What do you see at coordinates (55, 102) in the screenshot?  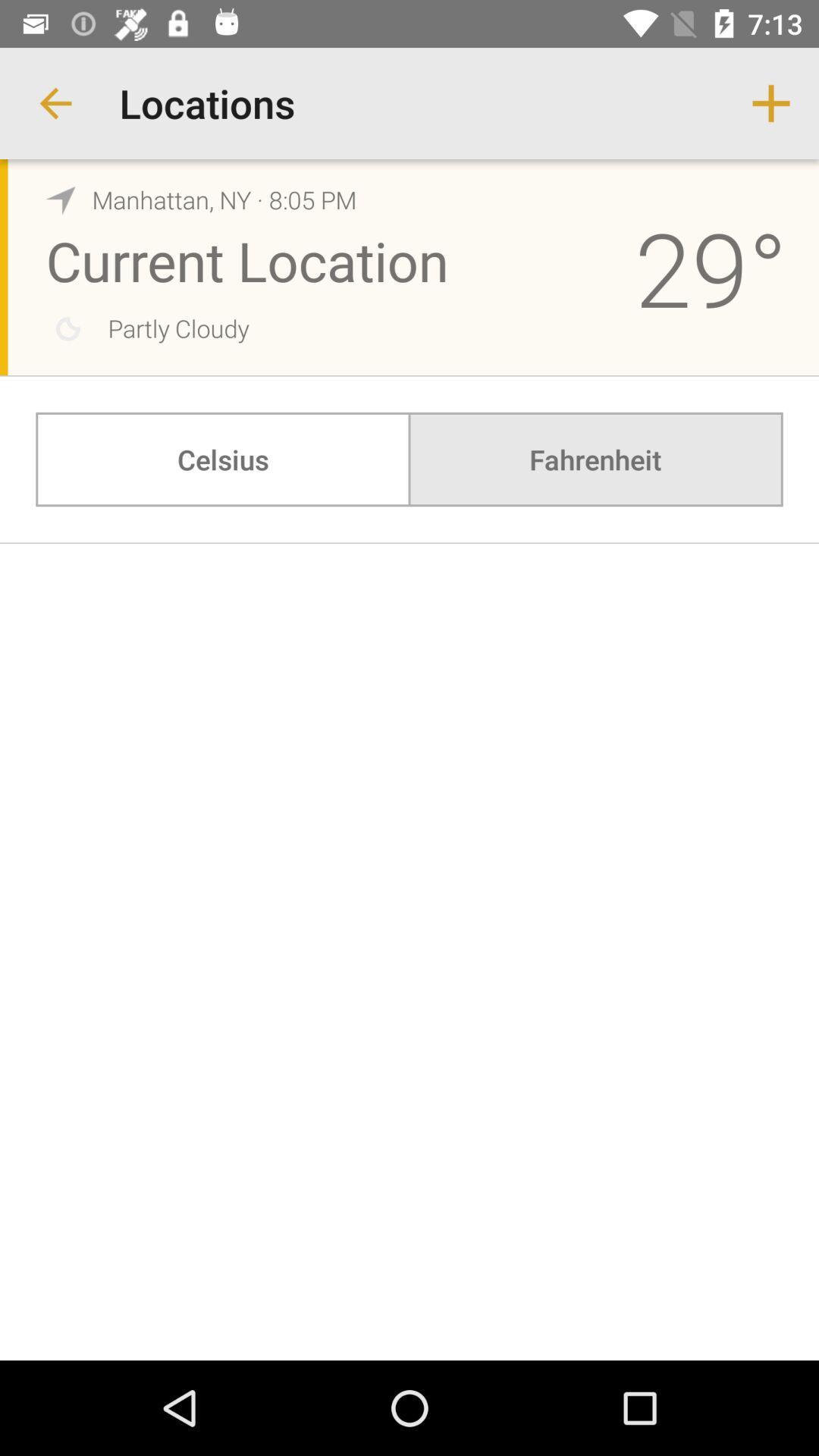 I see `app to the left of locations item` at bounding box center [55, 102].